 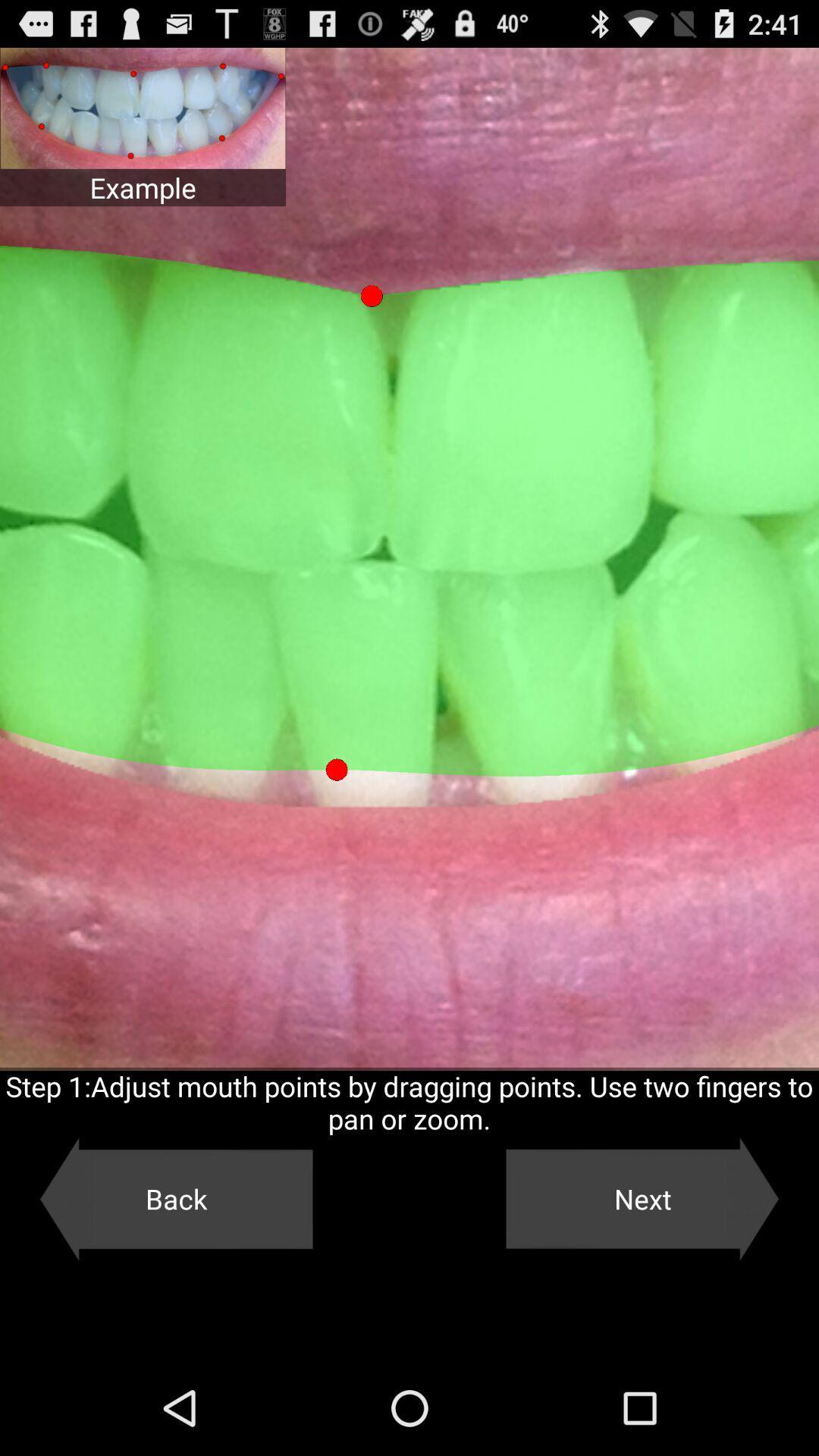 I want to click on next button, so click(x=642, y=1198).